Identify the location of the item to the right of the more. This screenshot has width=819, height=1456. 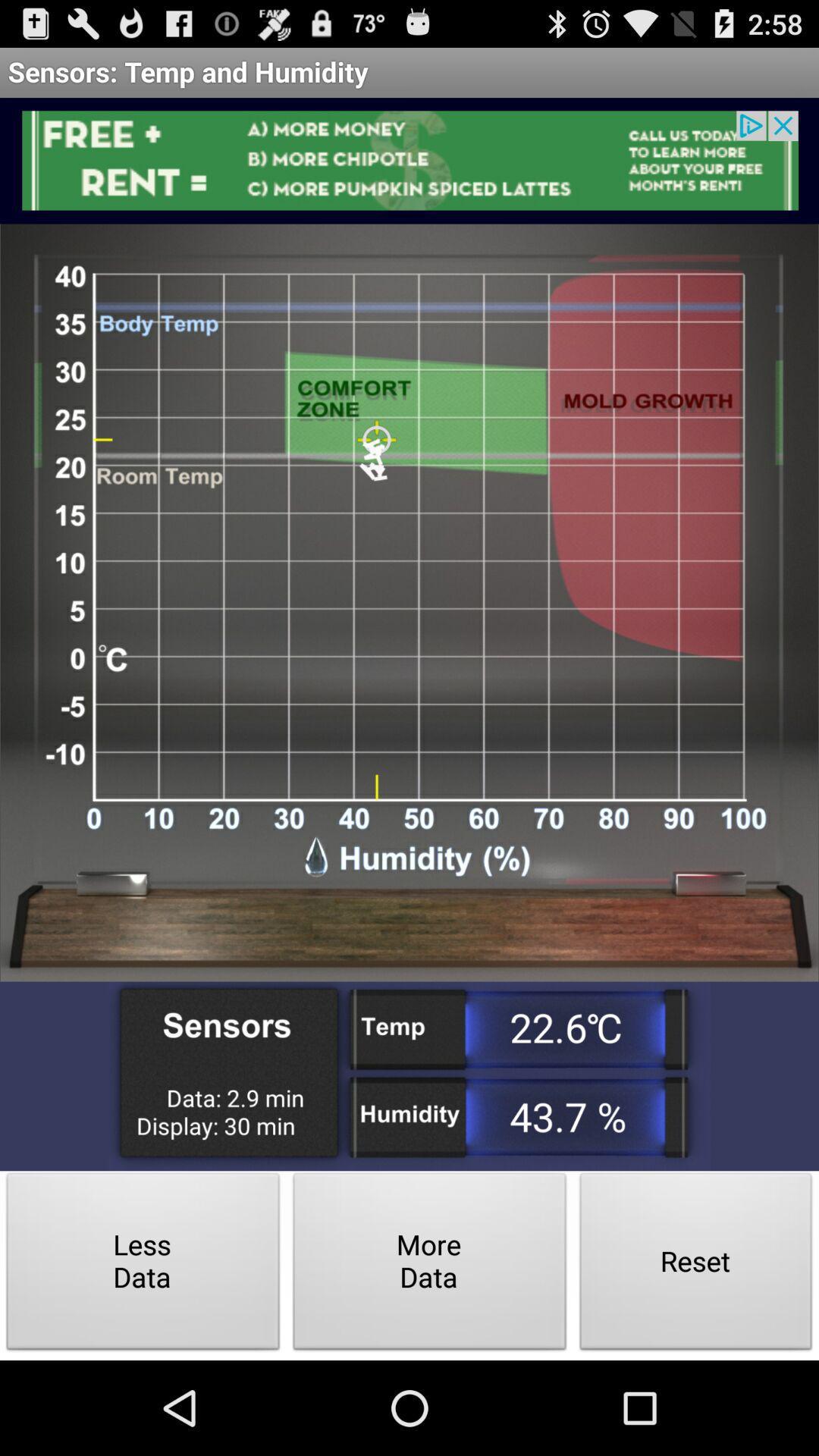
(696, 1266).